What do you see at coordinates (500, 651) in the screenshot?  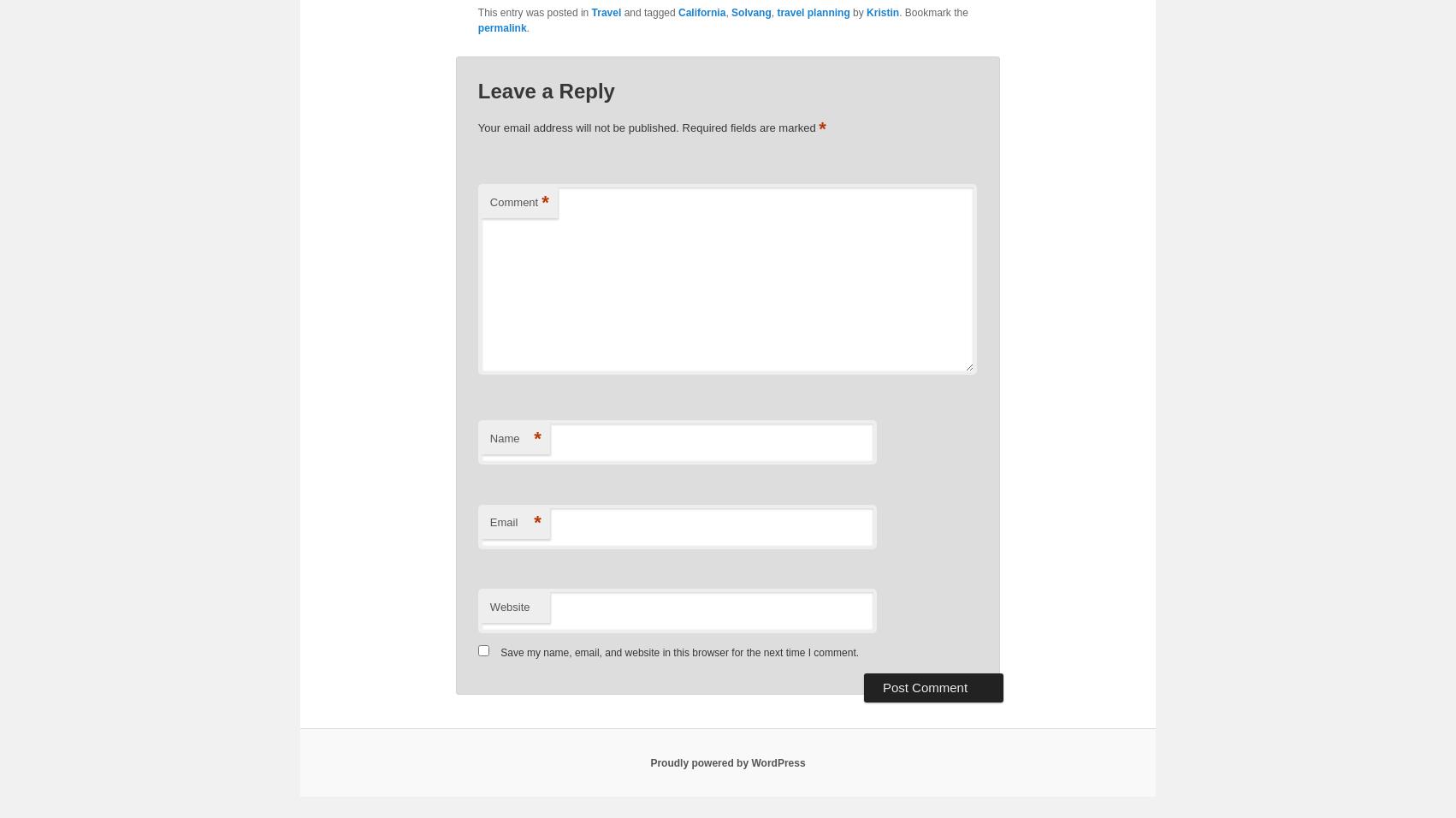 I see `'Save my name, email, and website in this browser for the next time I comment.'` at bounding box center [500, 651].